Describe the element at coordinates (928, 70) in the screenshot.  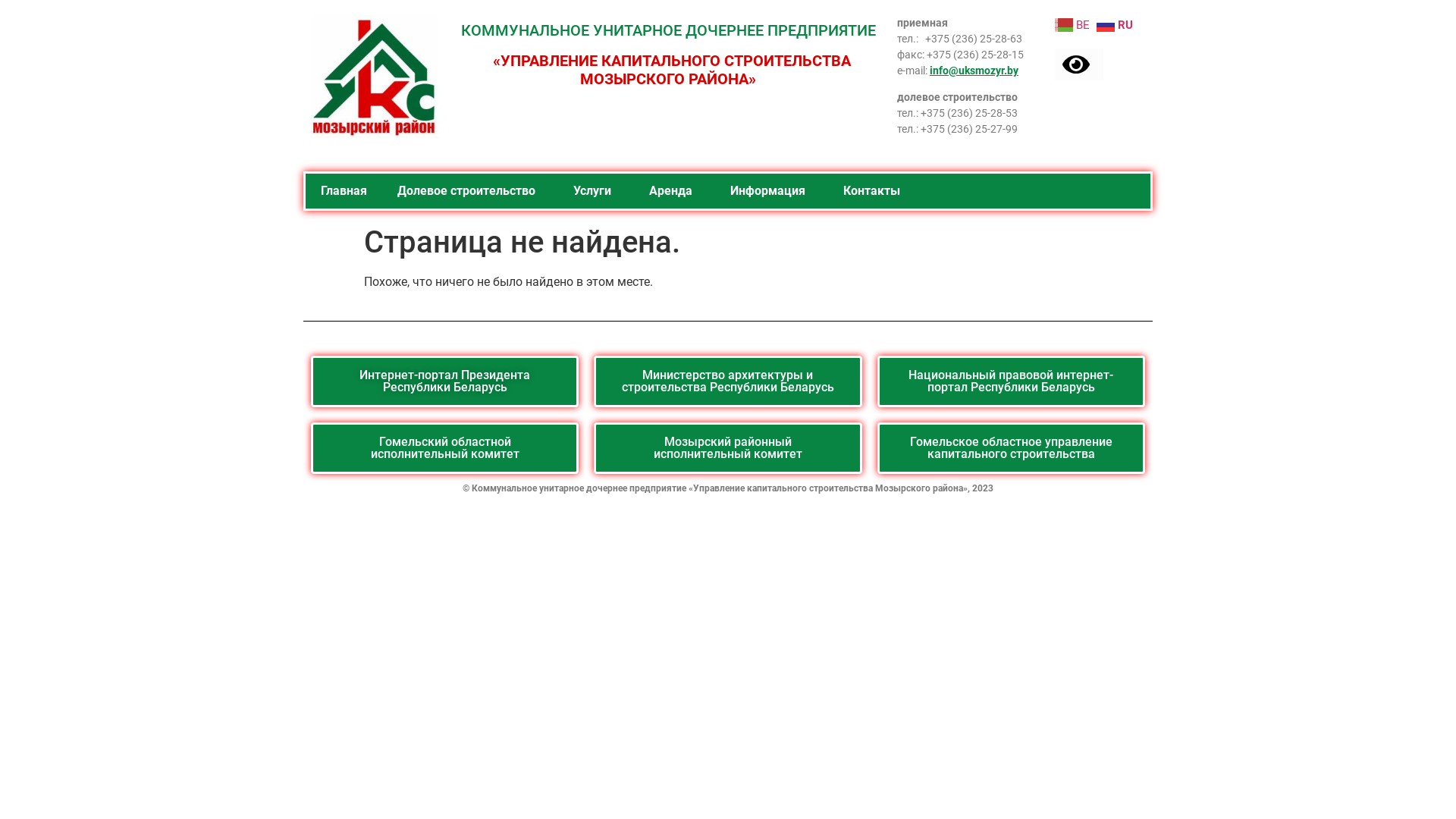
I see `'info@uksmozyr.by'` at that location.